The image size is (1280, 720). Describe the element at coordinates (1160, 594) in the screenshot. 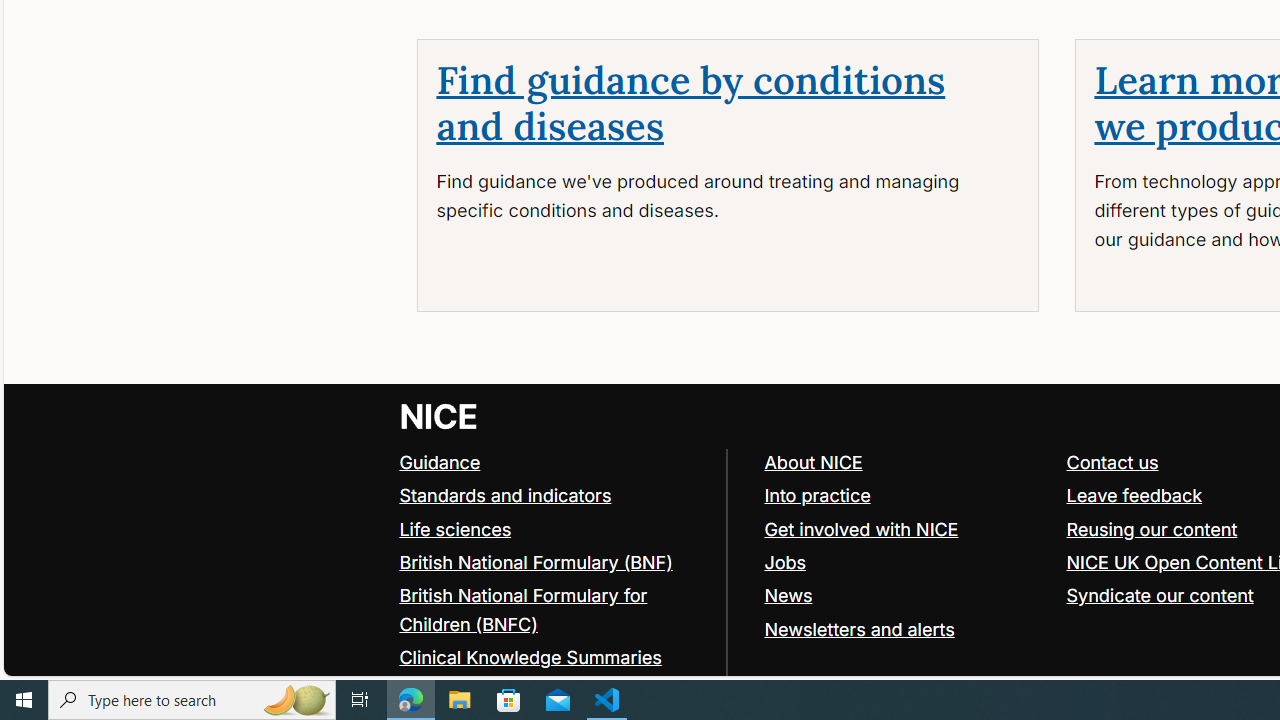

I see `'Syndicate our content'` at that location.